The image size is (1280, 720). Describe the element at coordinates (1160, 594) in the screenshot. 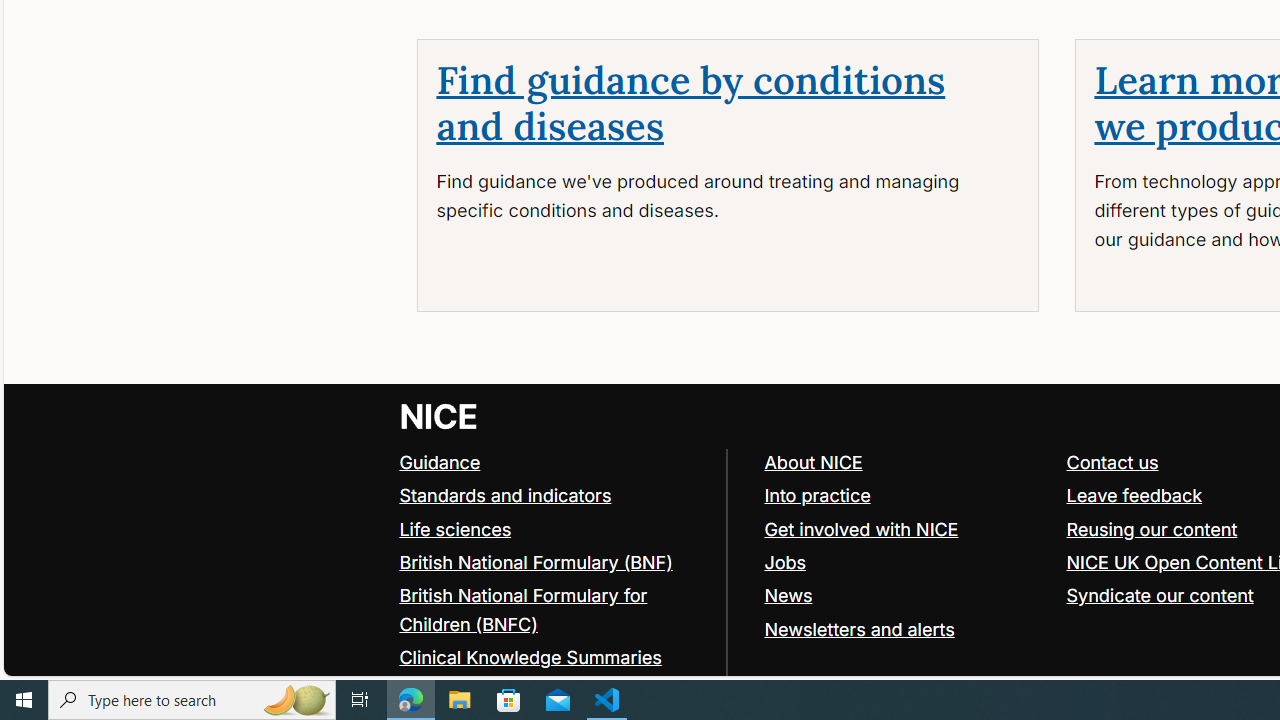

I see `'Syndicate our content'` at that location.